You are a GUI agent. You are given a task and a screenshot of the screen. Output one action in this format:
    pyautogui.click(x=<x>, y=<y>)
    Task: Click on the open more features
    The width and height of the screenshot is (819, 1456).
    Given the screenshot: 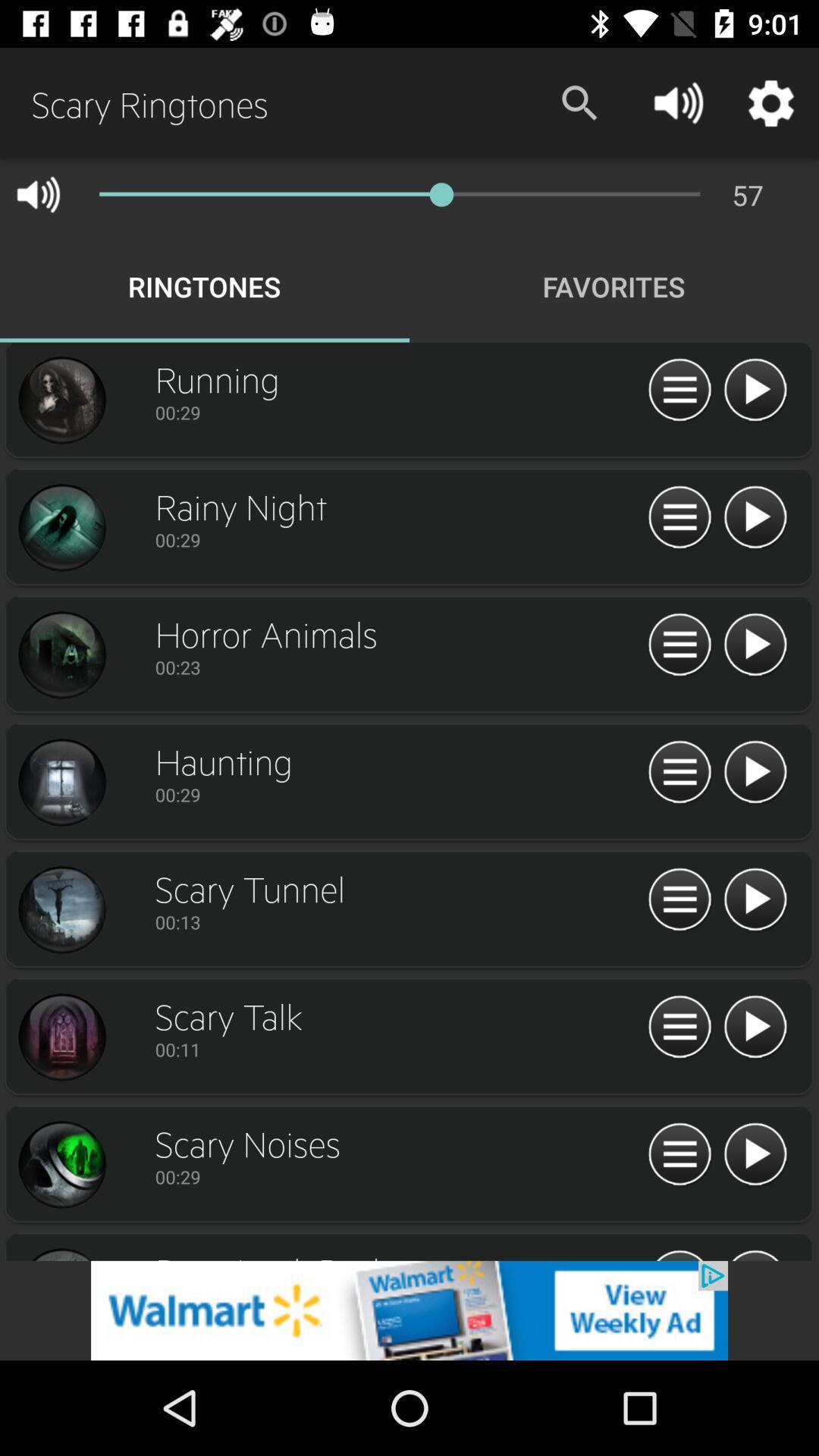 What is the action you would take?
    pyautogui.click(x=679, y=391)
    